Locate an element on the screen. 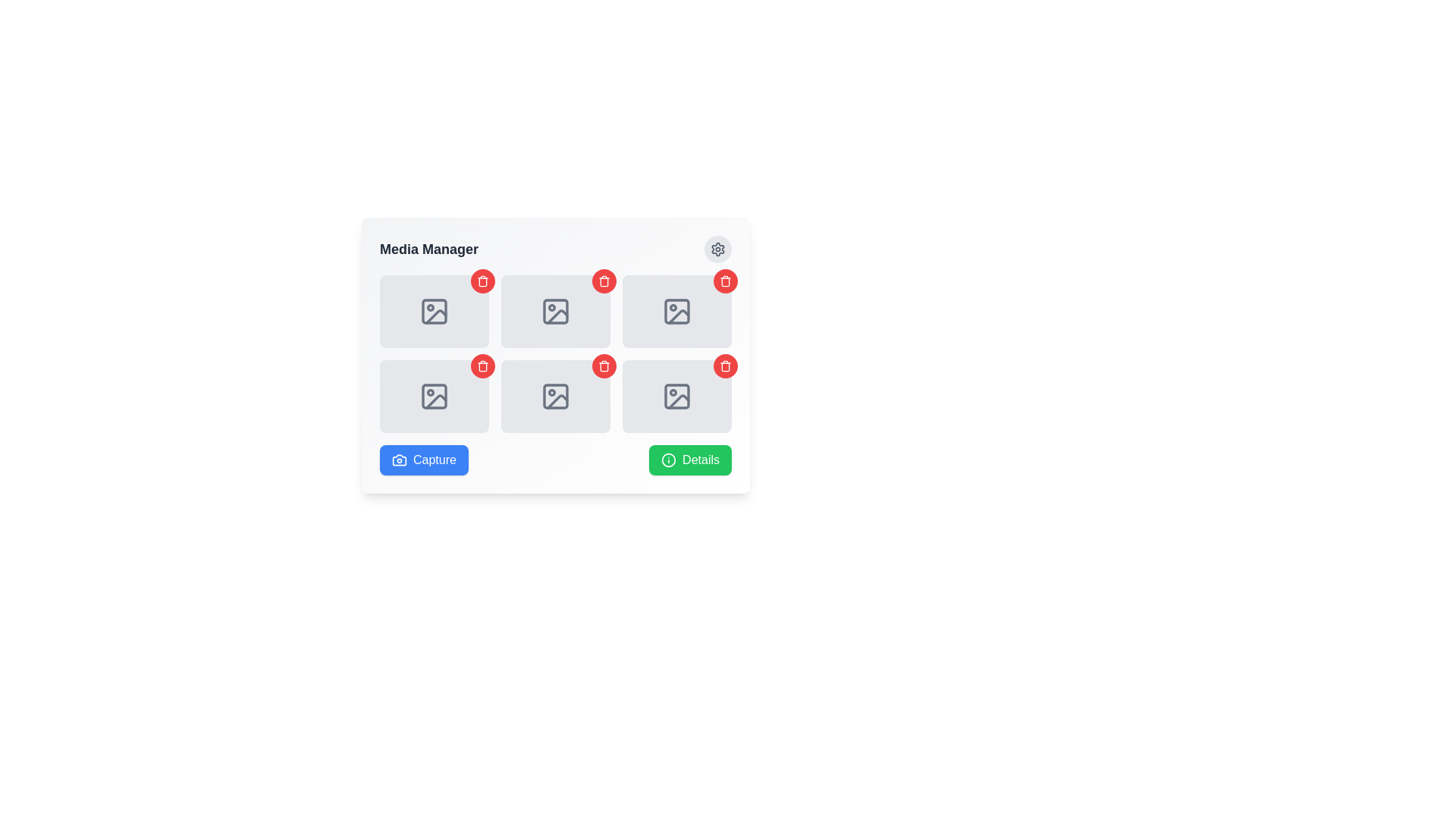  the image or gallery icon in the lower-right corner of the Media Manager interface, which is represented by a minimalistic design featuring a sun or moon and a mountain is located at coordinates (676, 396).